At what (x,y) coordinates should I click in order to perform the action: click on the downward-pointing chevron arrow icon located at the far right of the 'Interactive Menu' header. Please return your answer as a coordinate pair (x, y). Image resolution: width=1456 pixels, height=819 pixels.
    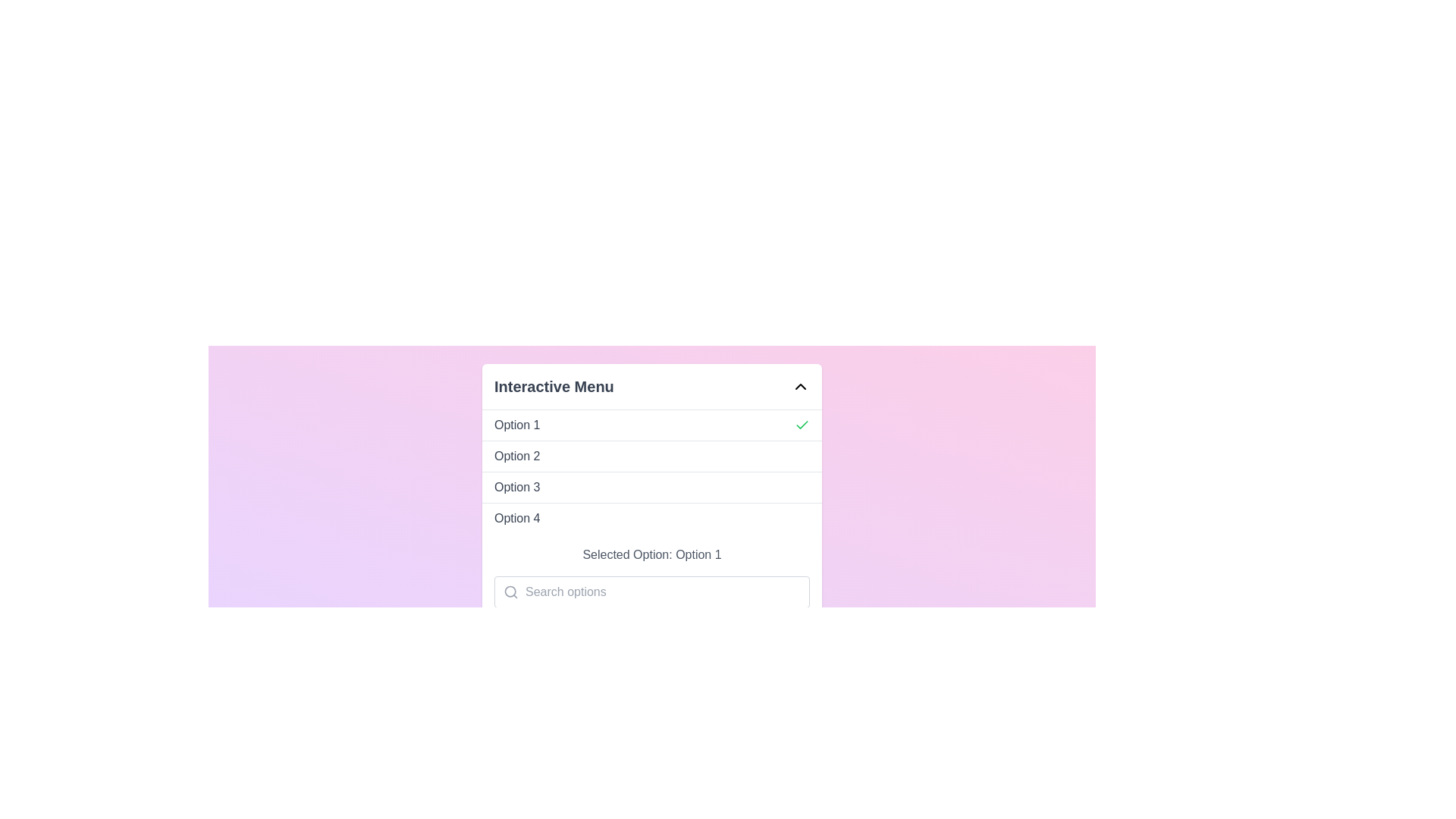
    Looking at the image, I should click on (800, 385).